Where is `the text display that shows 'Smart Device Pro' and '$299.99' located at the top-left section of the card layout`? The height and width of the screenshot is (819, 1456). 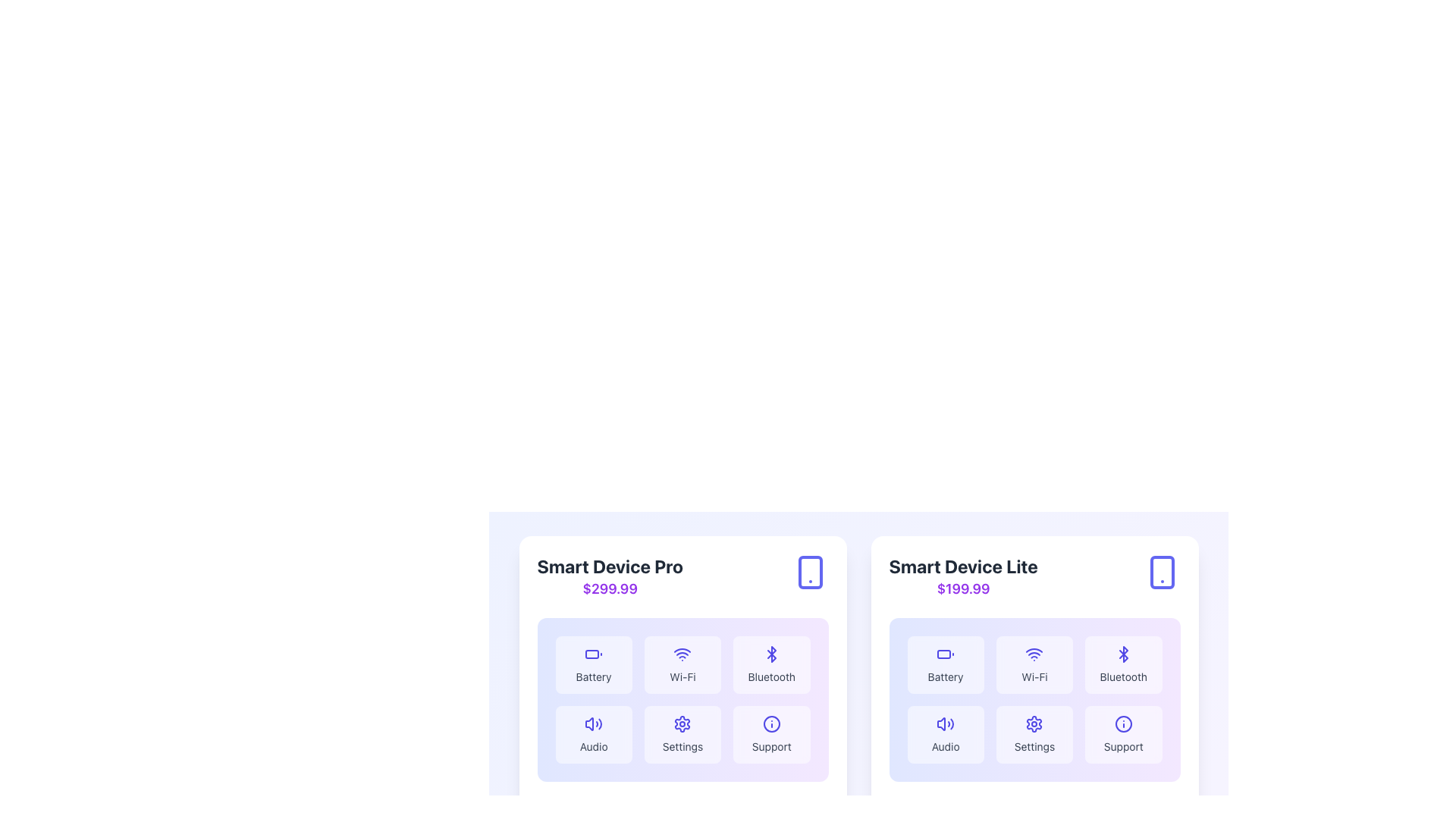
the text display that shows 'Smart Device Pro' and '$299.99' located at the top-left section of the card layout is located at coordinates (610, 576).